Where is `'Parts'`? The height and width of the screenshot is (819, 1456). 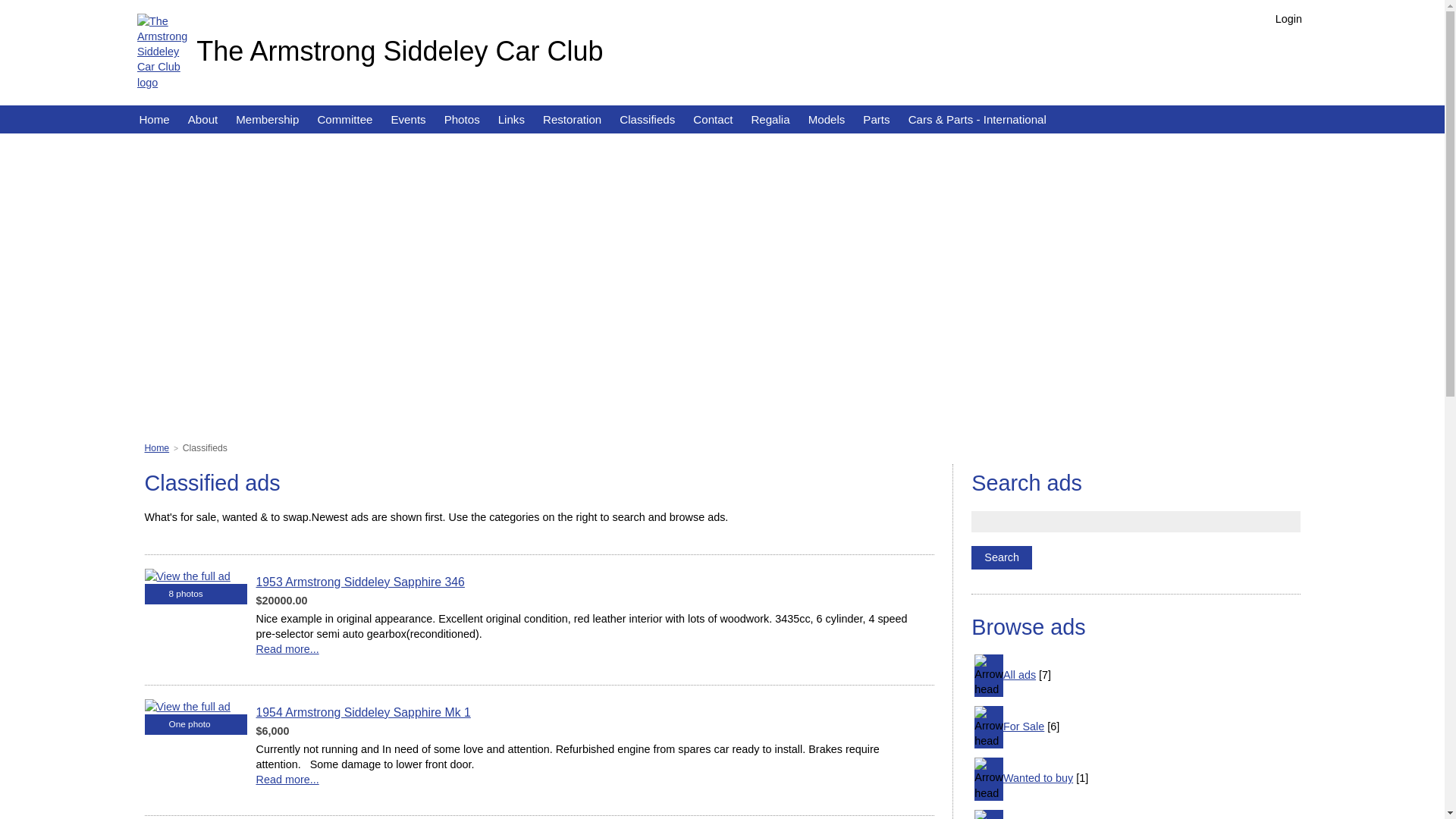
'Parts' is located at coordinates (876, 119).